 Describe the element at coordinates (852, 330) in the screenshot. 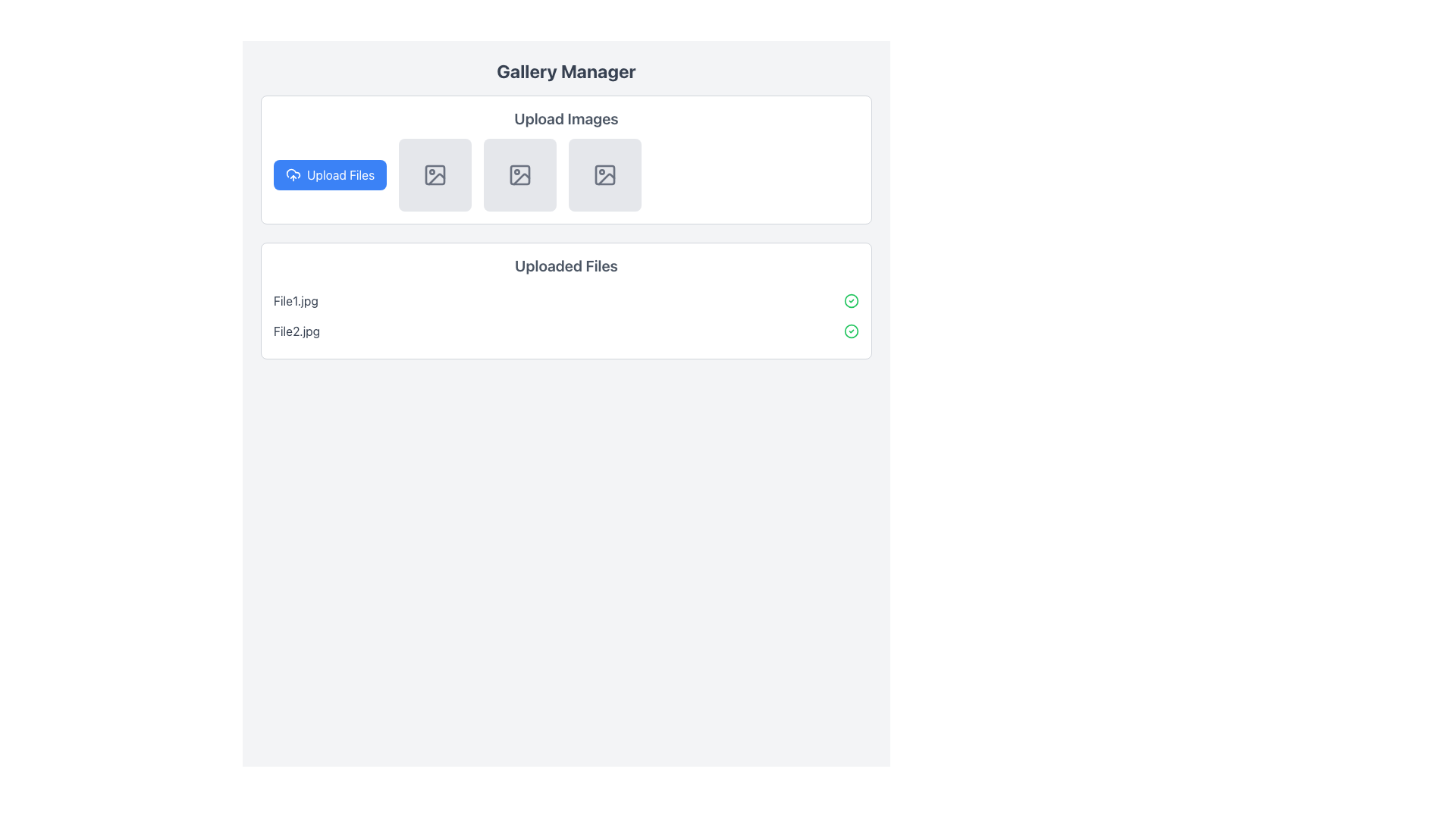

I see `the circular visual indicator adjacent to 'File2.jpg' in the 'Uploaded Files' section to observe its status representation` at that location.